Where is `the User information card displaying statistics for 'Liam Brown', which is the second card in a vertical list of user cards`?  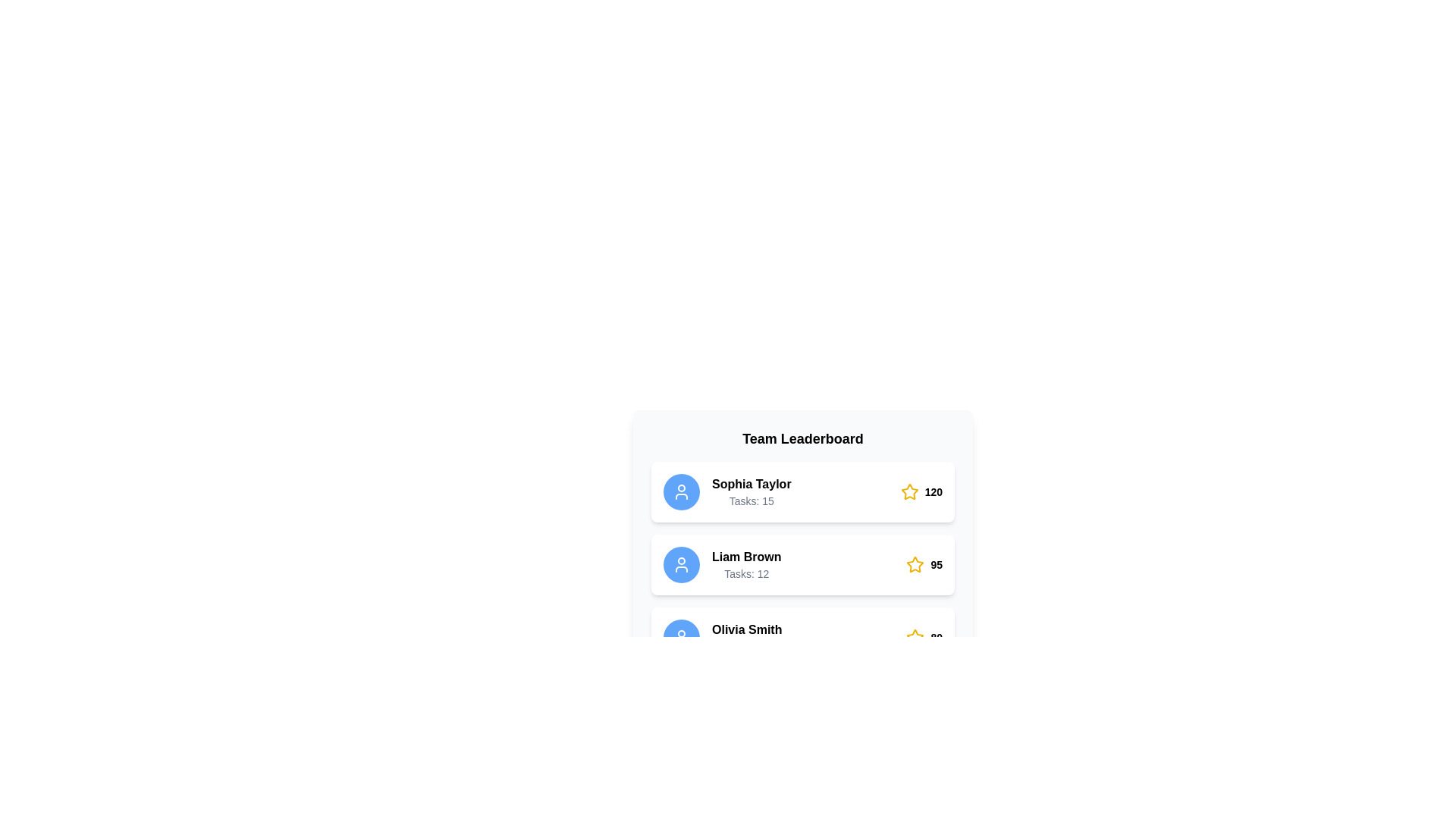 the User information card displaying statistics for 'Liam Brown', which is the second card in a vertical list of user cards is located at coordinates (802, 564).